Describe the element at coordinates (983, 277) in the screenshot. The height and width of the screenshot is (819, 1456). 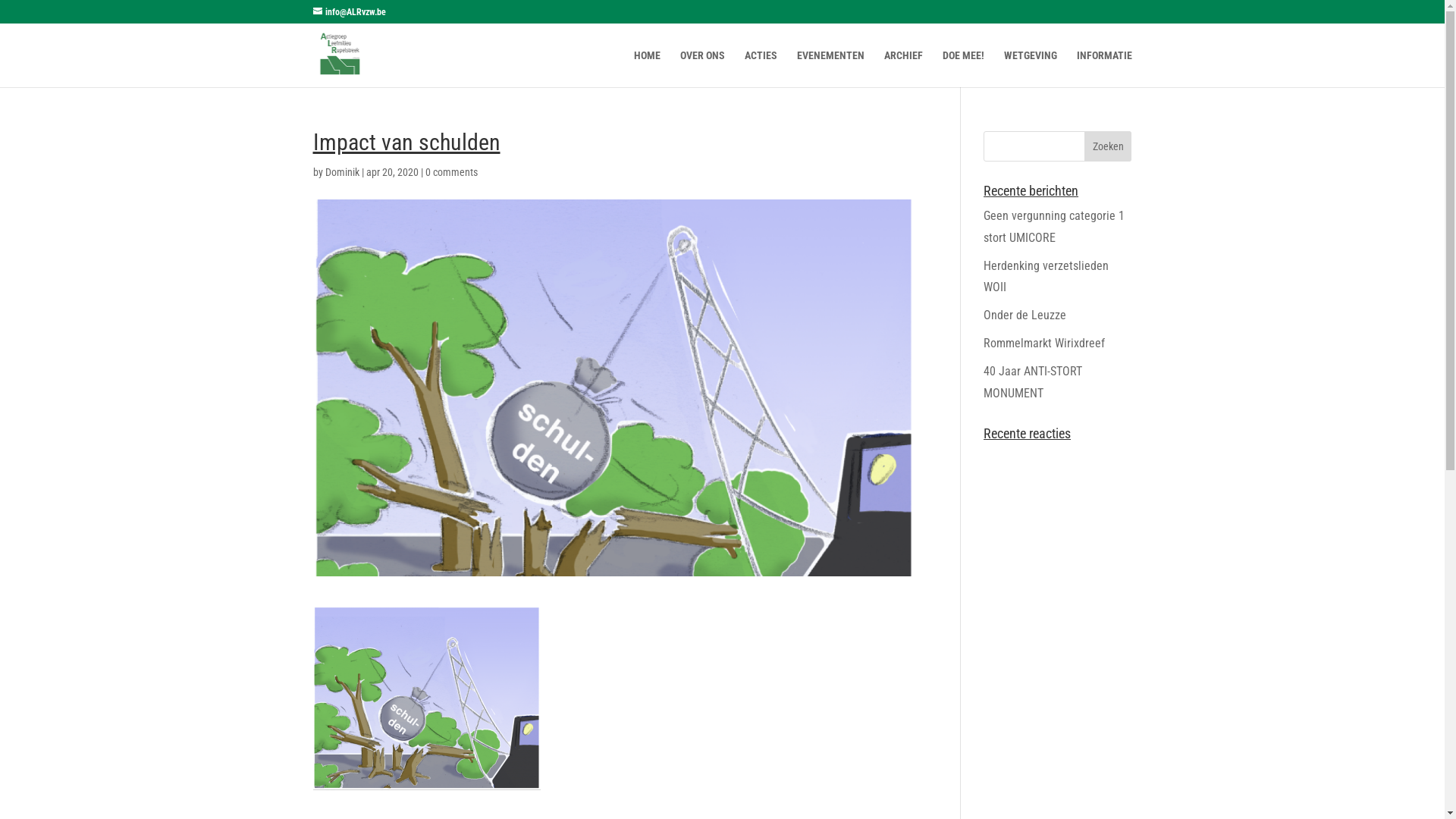
I see `'Herdenking verzetslieden WOII'` at that location.